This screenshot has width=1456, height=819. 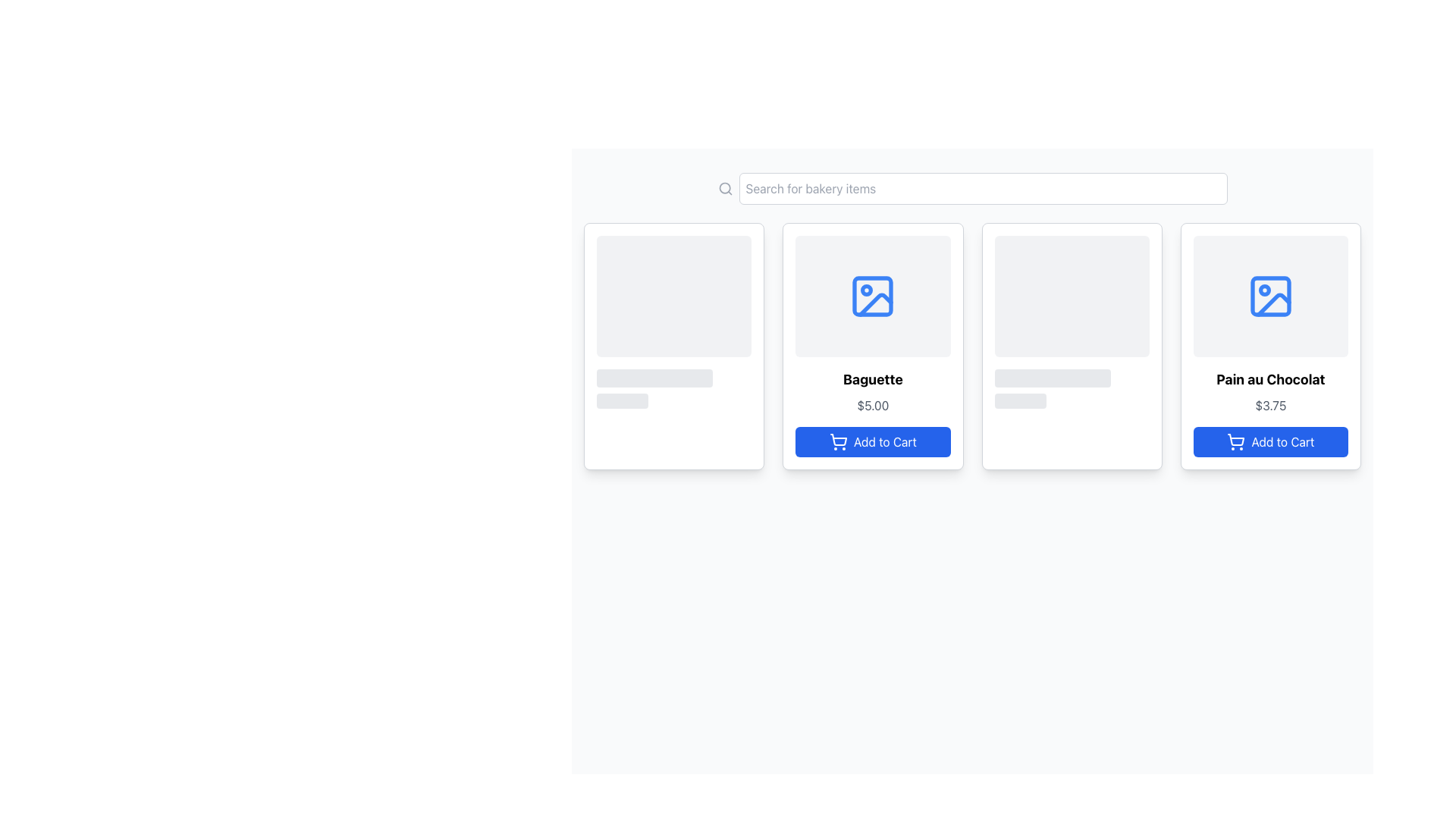 I want to click on the small blue circular Iconic indicator located in the top-left corner of the 'Pain au Chocolat' product card, which is the third card in a row of product cards, so click(x=1264, y=290).